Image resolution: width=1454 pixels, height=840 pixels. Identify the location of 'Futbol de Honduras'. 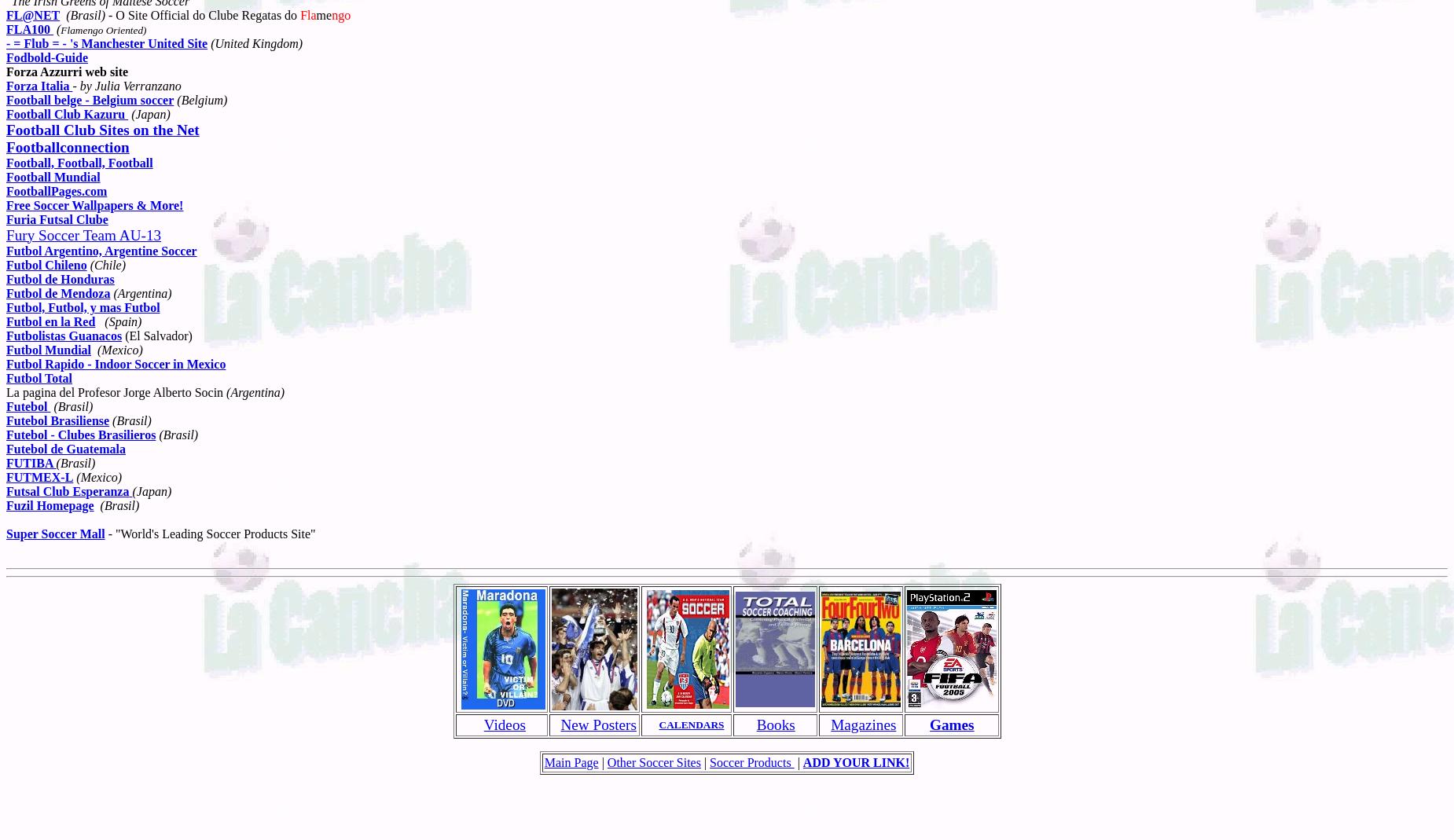
(59, 278).